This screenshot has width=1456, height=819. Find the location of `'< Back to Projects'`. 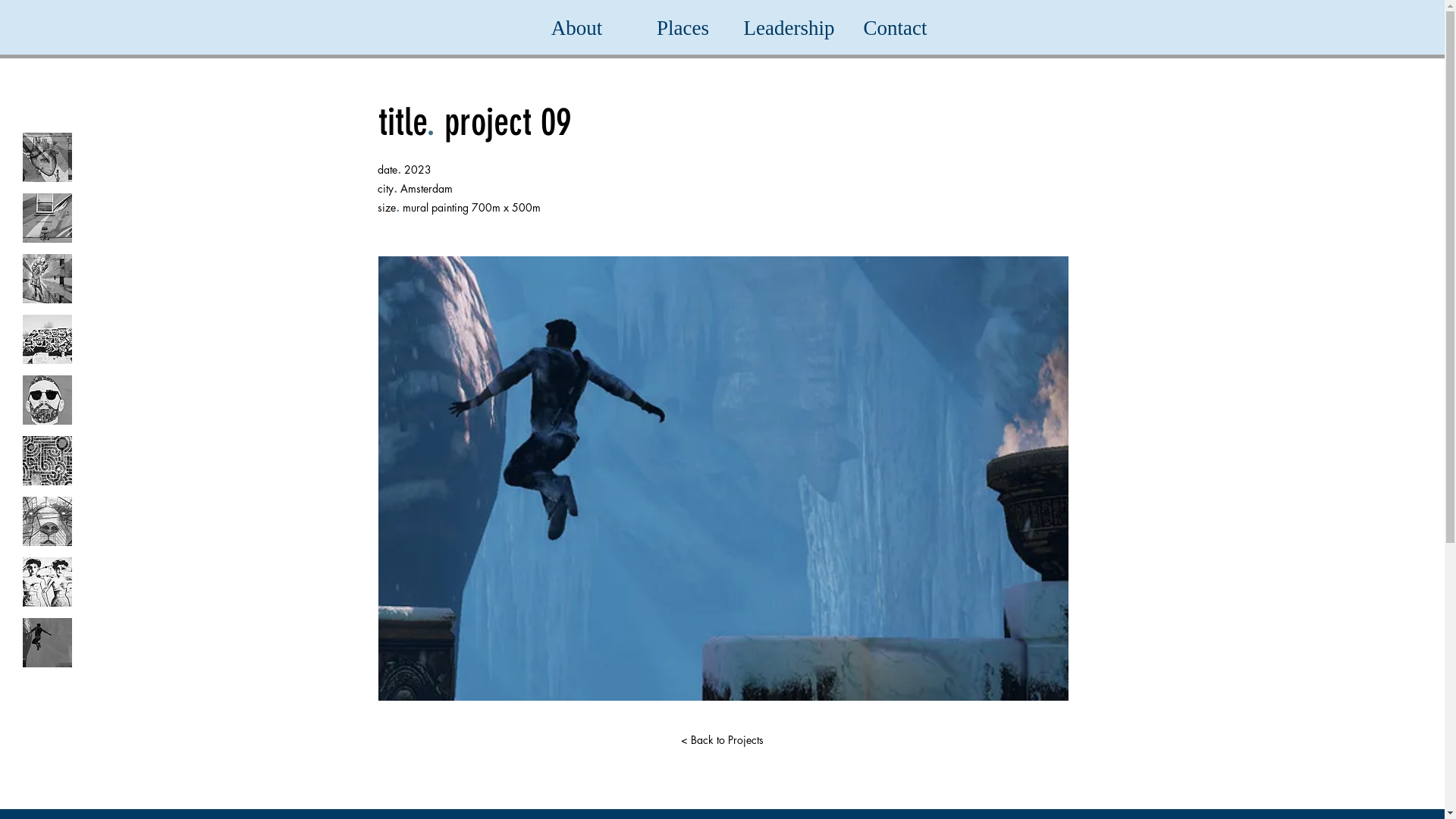

'< Back to Projects' is located at coordinates (722, 739).